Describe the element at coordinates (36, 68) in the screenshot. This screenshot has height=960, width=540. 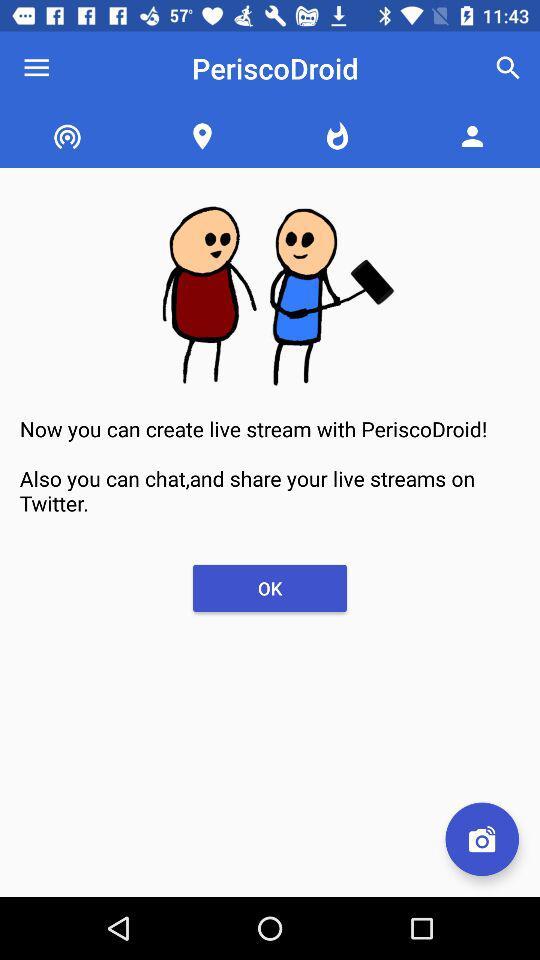
I see `the icon next to periscodroid item` at that location.